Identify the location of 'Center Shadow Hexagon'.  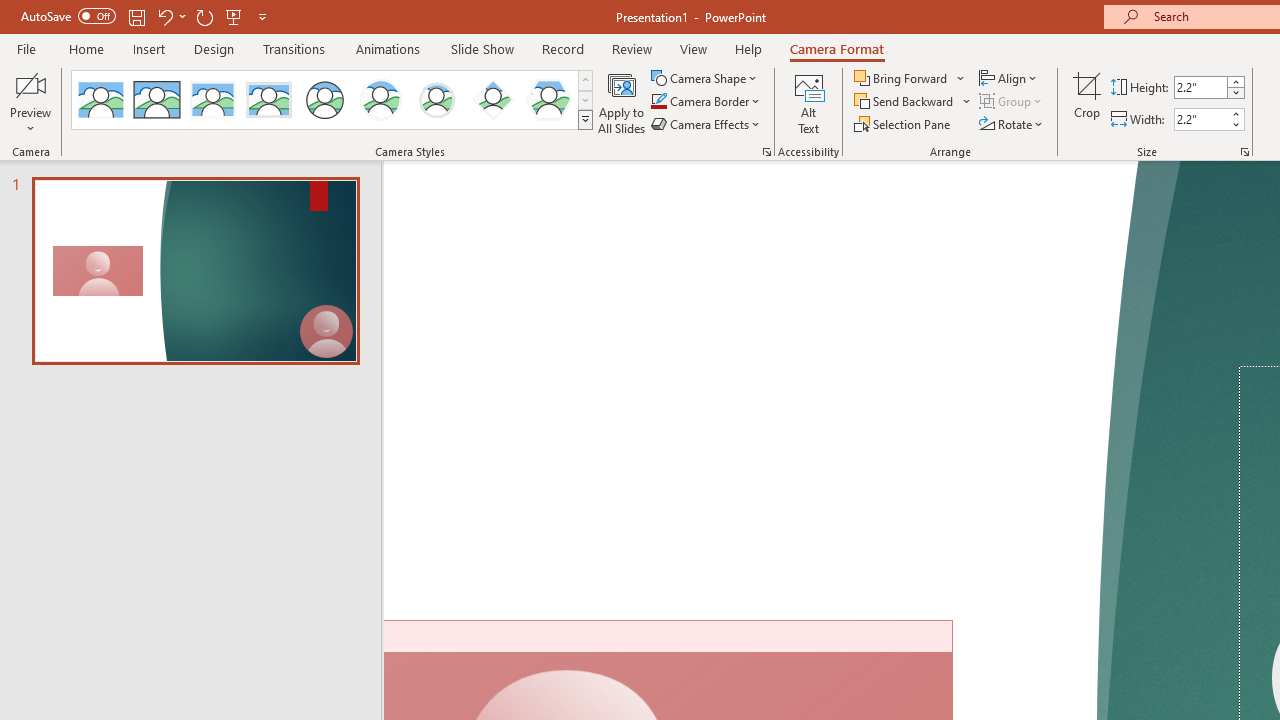
(549, 100).